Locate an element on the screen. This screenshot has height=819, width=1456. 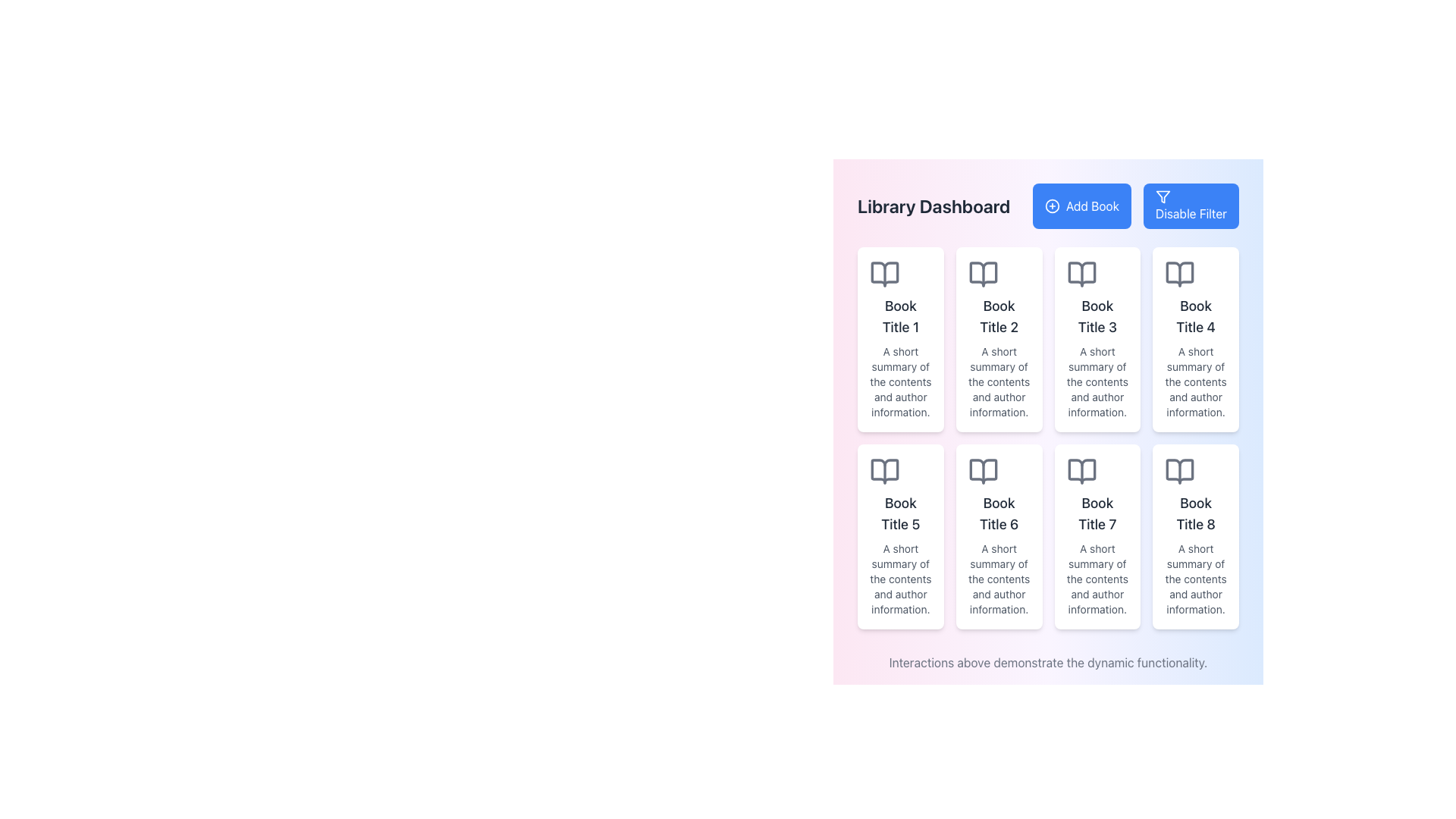
the descriptive text element that provides a summary of 'Book Title 1' in the upper left card layout is located at coordinates (900, 381).